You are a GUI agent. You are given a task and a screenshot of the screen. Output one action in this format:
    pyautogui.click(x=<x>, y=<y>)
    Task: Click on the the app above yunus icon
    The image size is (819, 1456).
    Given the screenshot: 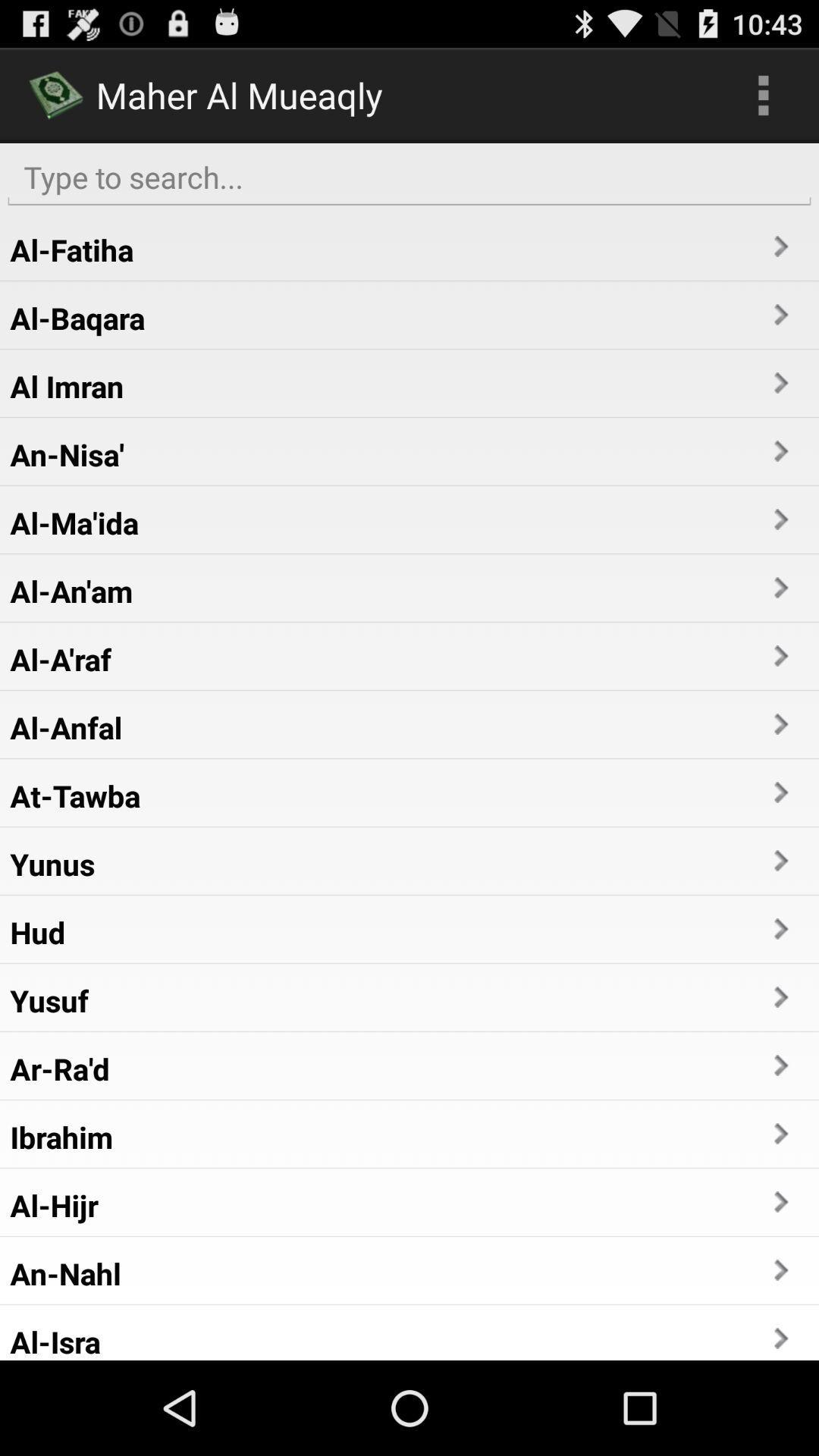 What is the action you would take?
    pyautogui.click(x=75, y=795)
    